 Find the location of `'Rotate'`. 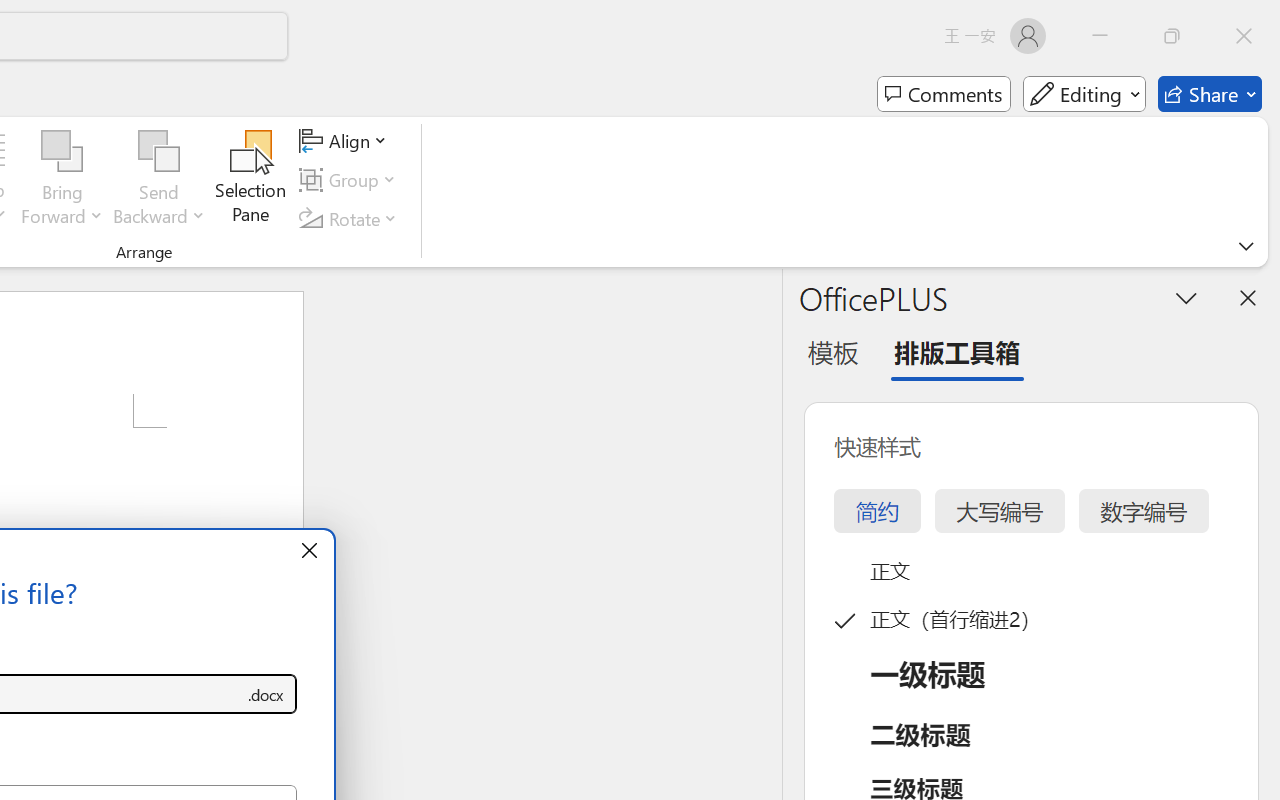

'Rotate' is located at coordinates (351, 218).